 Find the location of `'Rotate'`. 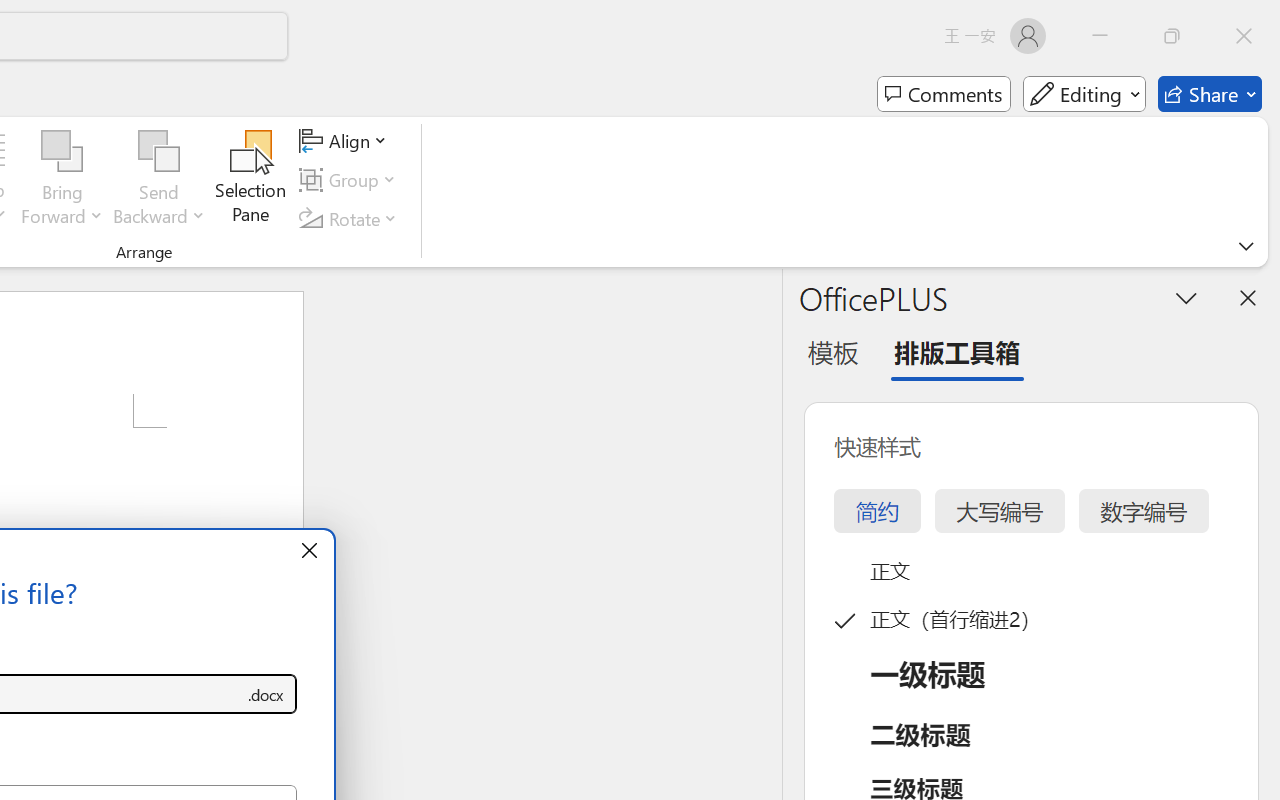

'Rotate' is located at coordinates (351, 218).